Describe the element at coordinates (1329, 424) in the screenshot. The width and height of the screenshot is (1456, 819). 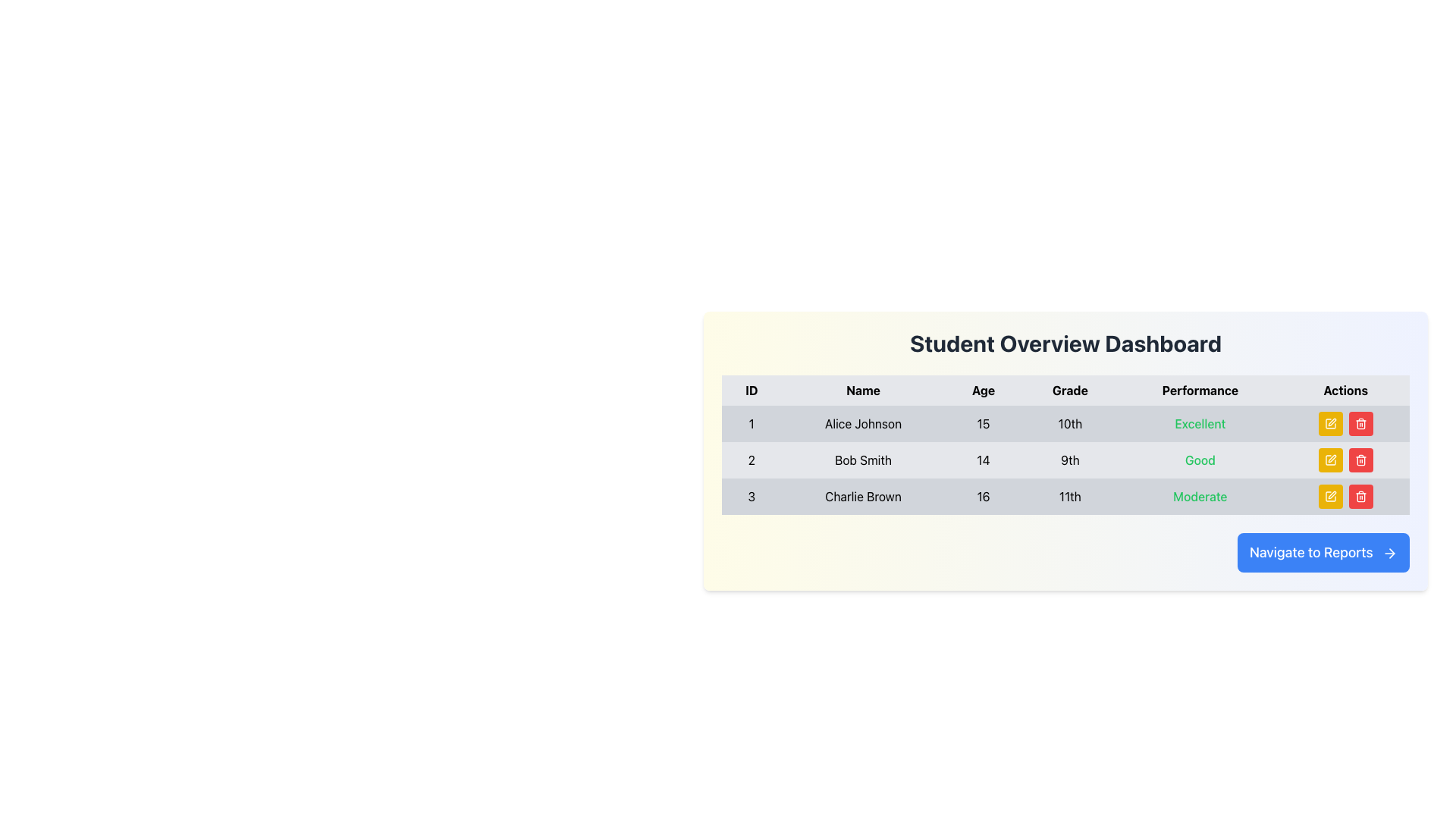
I see `the yellow edit button located in the 'Actions' column of the first row for 'Alice Johnson', which features a pencil icon` at that location.